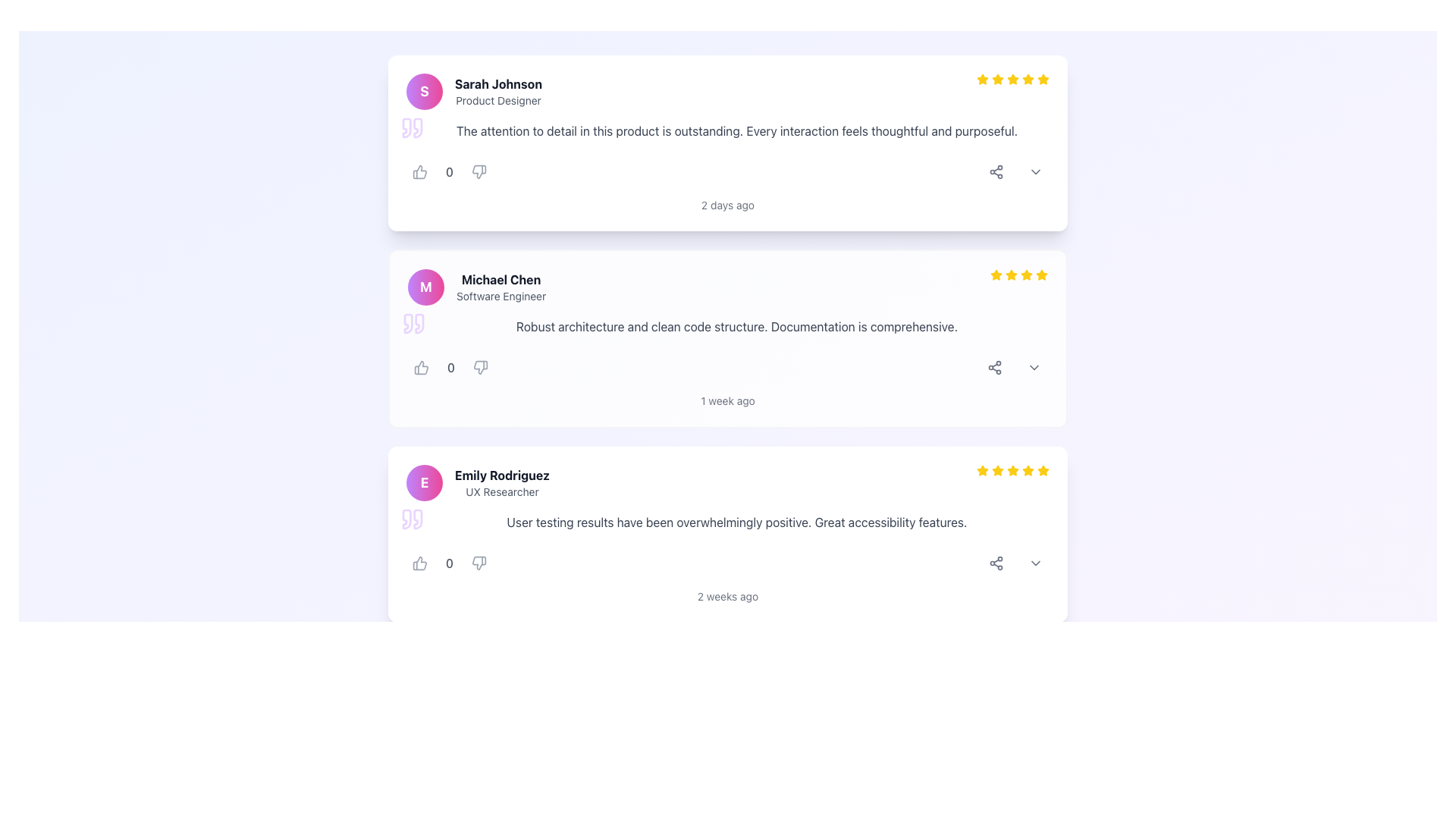 The height and width of the screenshot is (819, 1456). I want to click on the third star icon, which is part of a five-star rating system located in the top-right corner of the second review card containing a review by 'Michael Chen', so click(1012, 275).